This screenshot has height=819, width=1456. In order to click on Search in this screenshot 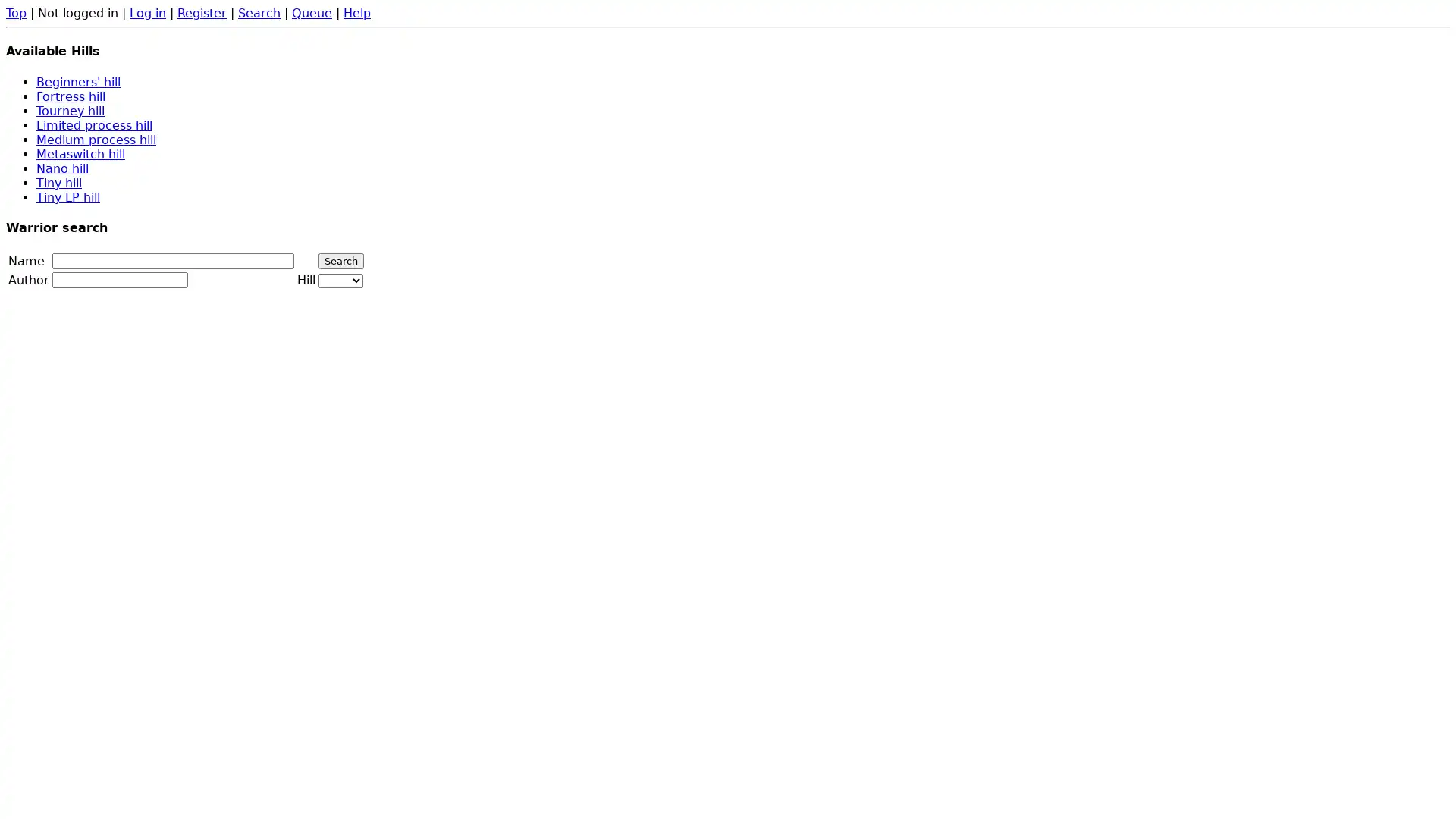, I will do `click(340, 260)`.